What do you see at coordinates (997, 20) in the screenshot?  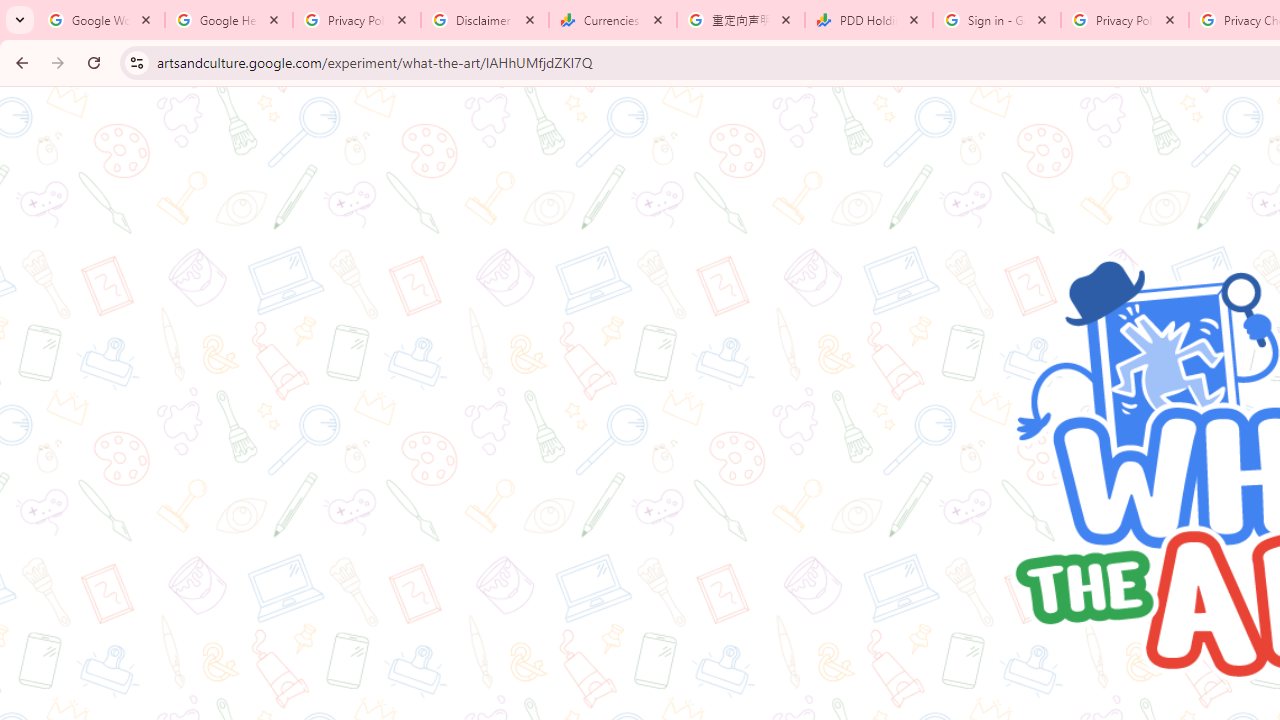 I see `'Sign in - Google Accounts'` at bounding box center [997, 20].